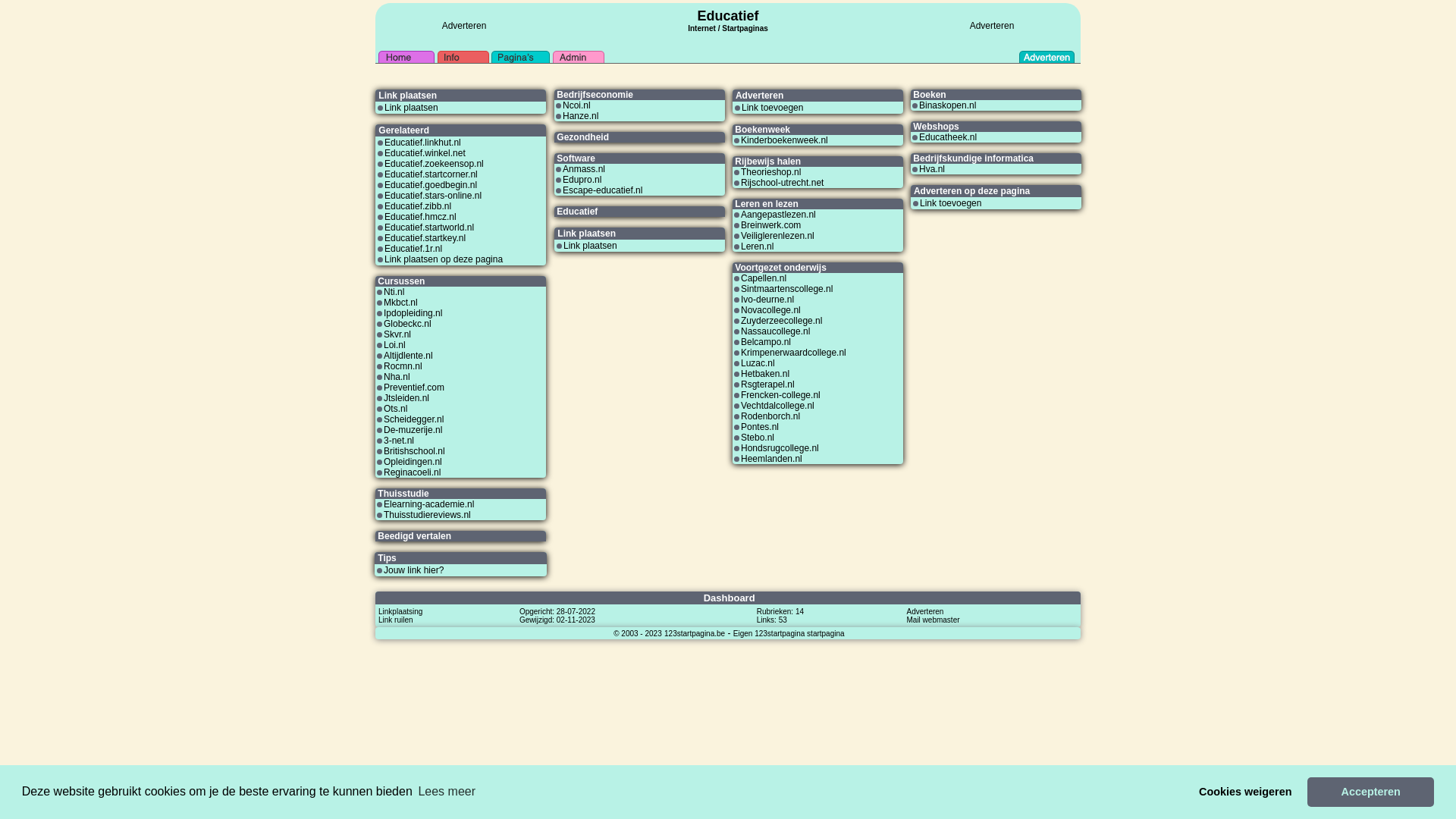  What do you see at coordinates (741, 181) in the screenshot?
I see `'Rijschool-utrecht.net'` at bounding box center [741, 181].